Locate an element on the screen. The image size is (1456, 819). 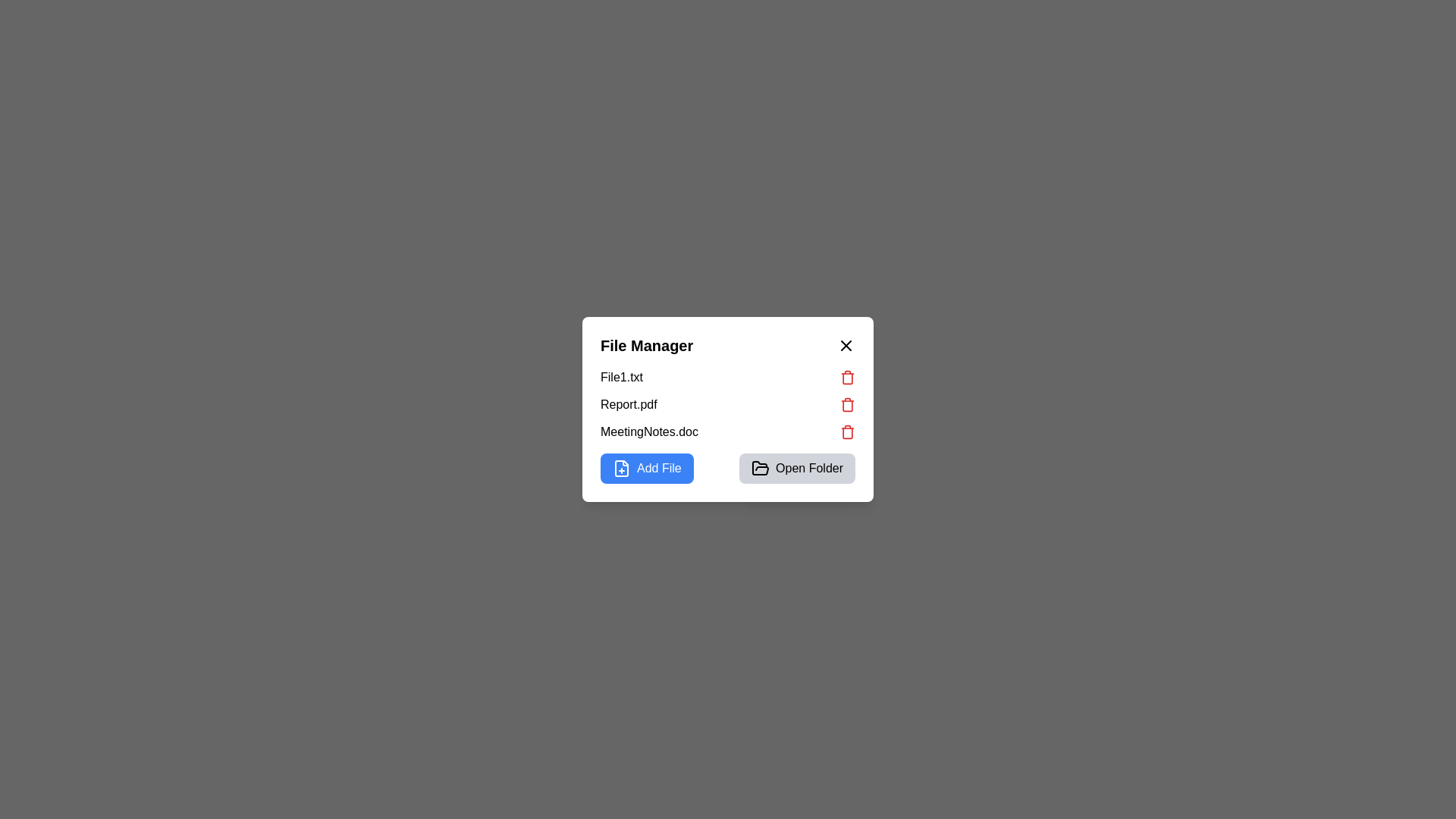
the text label indicating the file named 'File1.txt', which is the first item under the 'File Manager' header is located at coordinates (622, 376).